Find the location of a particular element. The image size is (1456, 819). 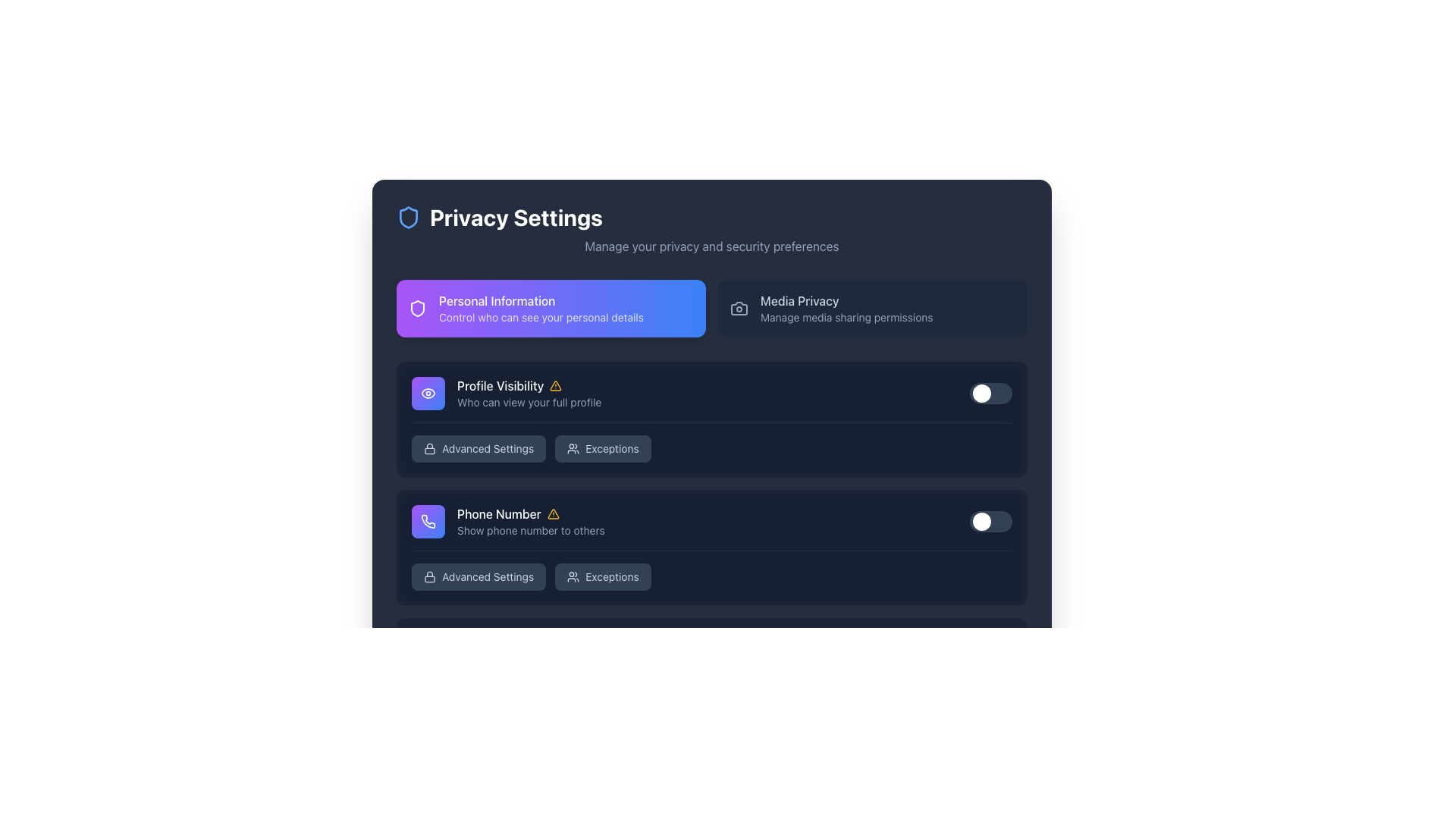

the 'Exceptions' button, which has a dark slate background, rounded edges, and is located in the middle-right section of the interface is located at coordinates (602, 704).